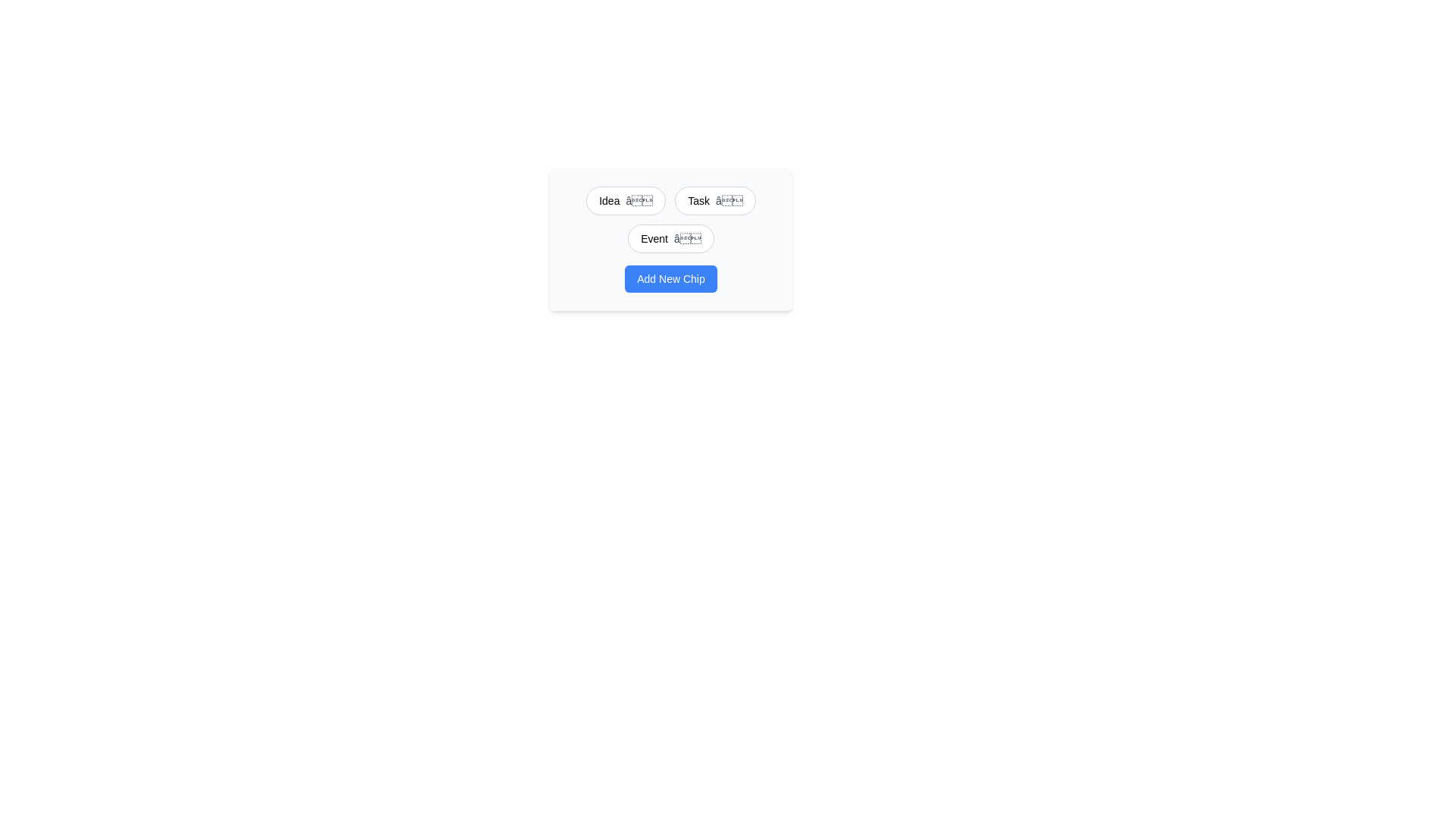 This screenshot has width=1456, height=819. I want to click on close button of the chip labeled 'Event' to remove it, so click(686, 239).